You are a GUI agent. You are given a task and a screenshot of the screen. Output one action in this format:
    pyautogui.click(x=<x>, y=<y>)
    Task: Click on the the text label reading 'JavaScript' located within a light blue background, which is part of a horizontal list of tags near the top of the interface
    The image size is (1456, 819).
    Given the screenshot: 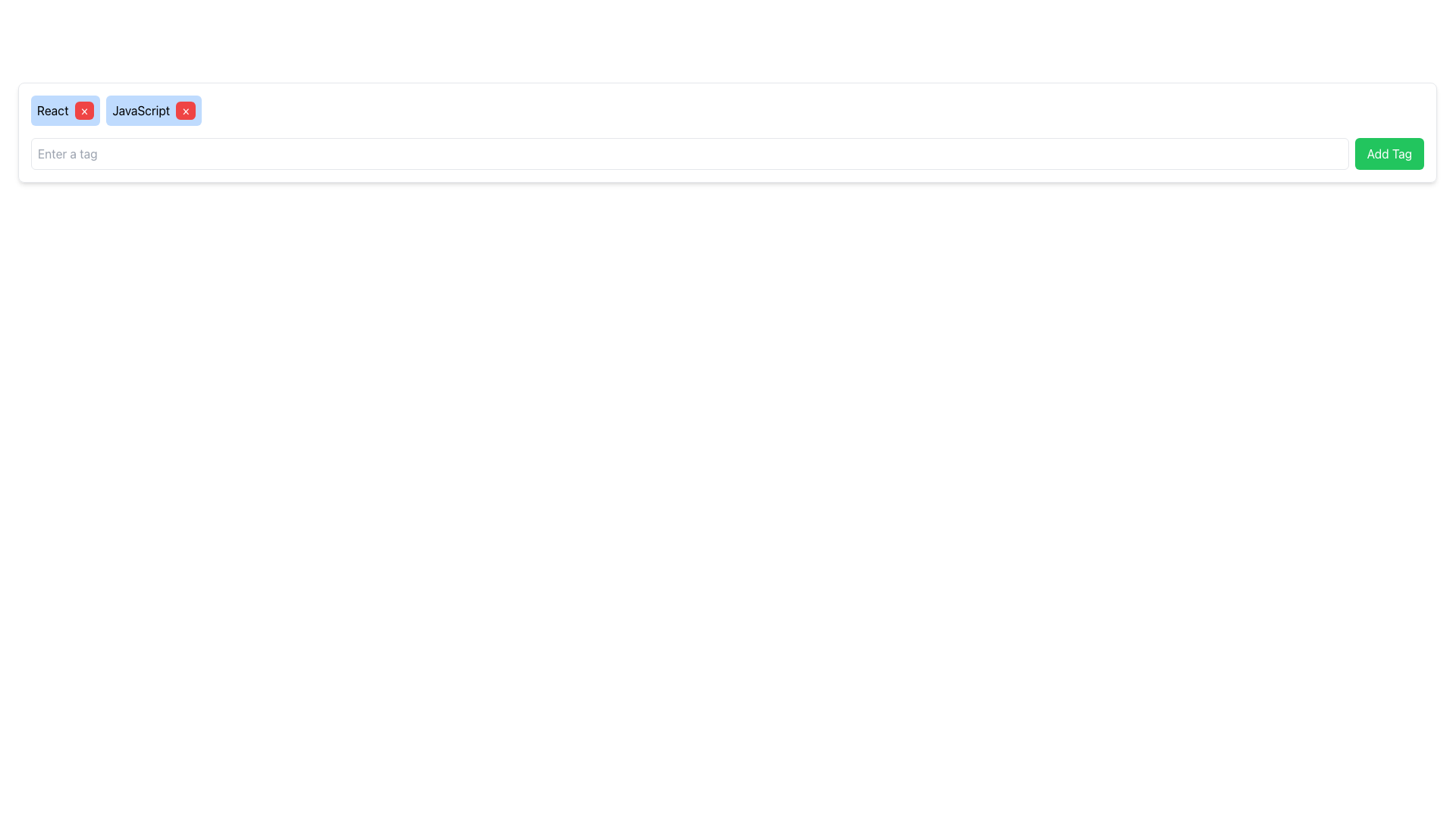 What is the action you would take?
    pyautogui.click(x=141, y=110)
    